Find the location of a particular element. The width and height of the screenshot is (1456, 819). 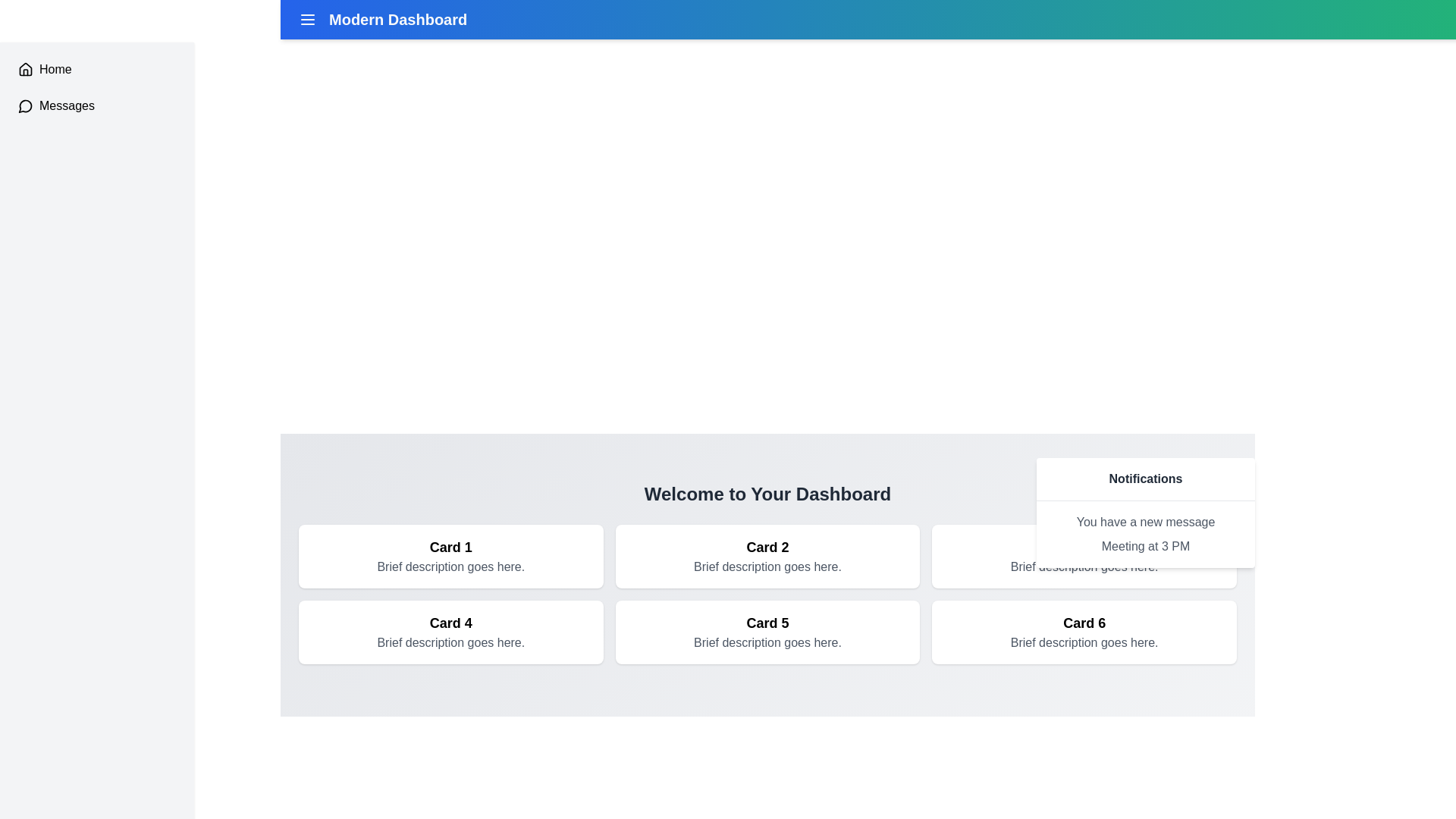

the title text label of the card located in the sixth position of the 2x3 grid layout, situated at the bottom-right corner is located at coordinates (1084, 623).